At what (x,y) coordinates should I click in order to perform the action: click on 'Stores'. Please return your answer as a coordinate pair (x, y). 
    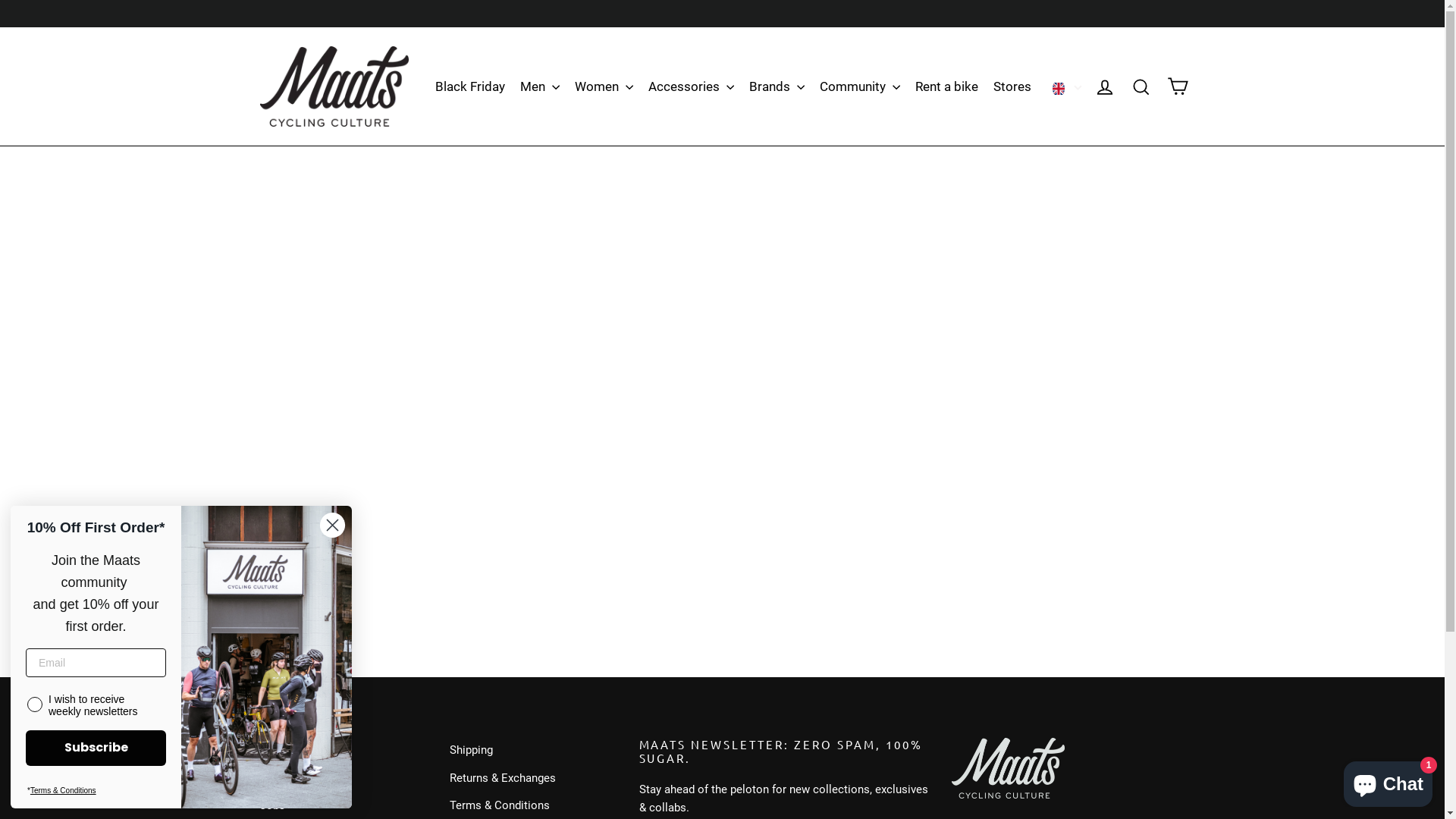
    Looking at the image, I should click on (1012, 86).